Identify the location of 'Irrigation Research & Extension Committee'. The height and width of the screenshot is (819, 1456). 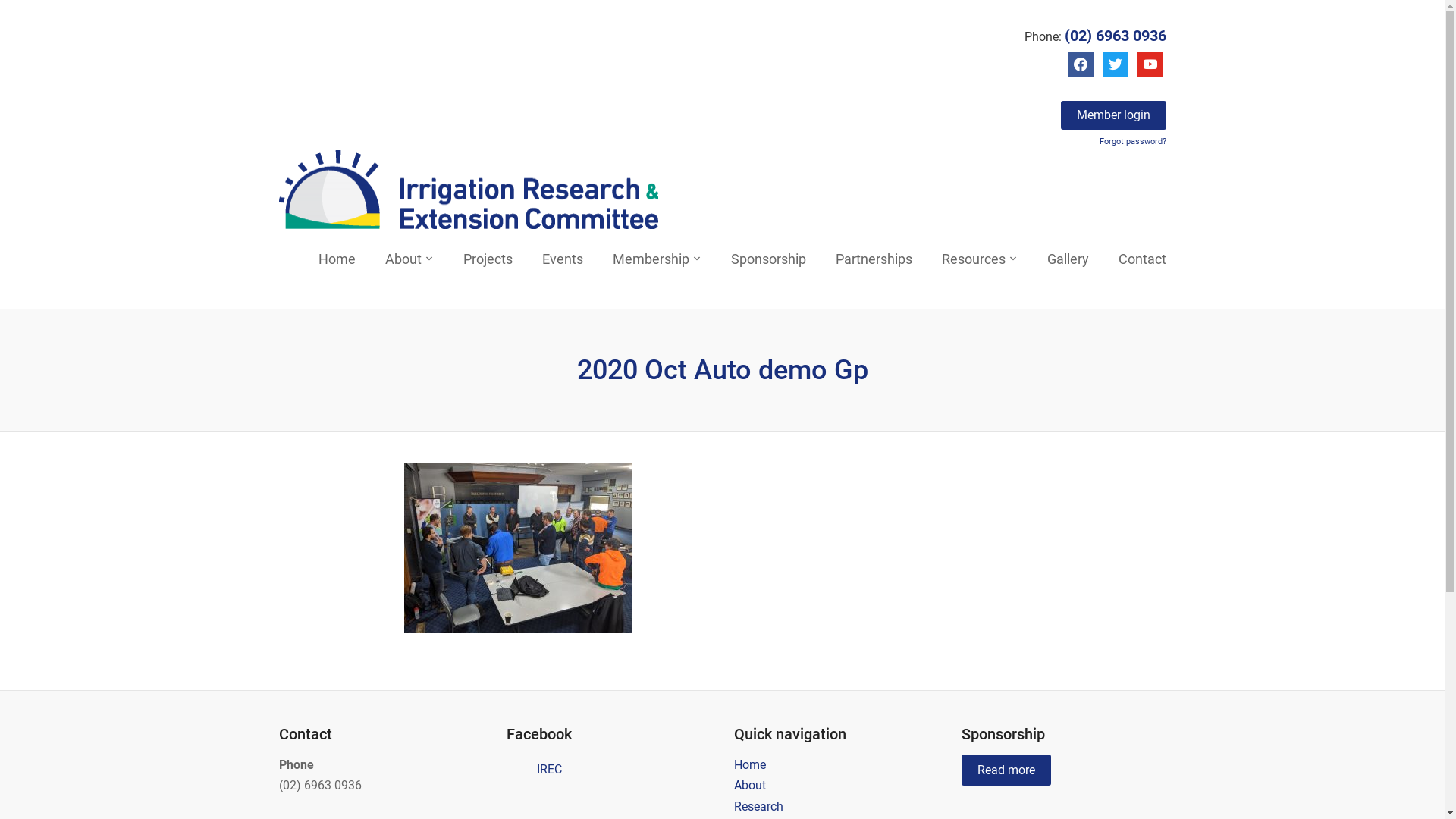
(468, 188).